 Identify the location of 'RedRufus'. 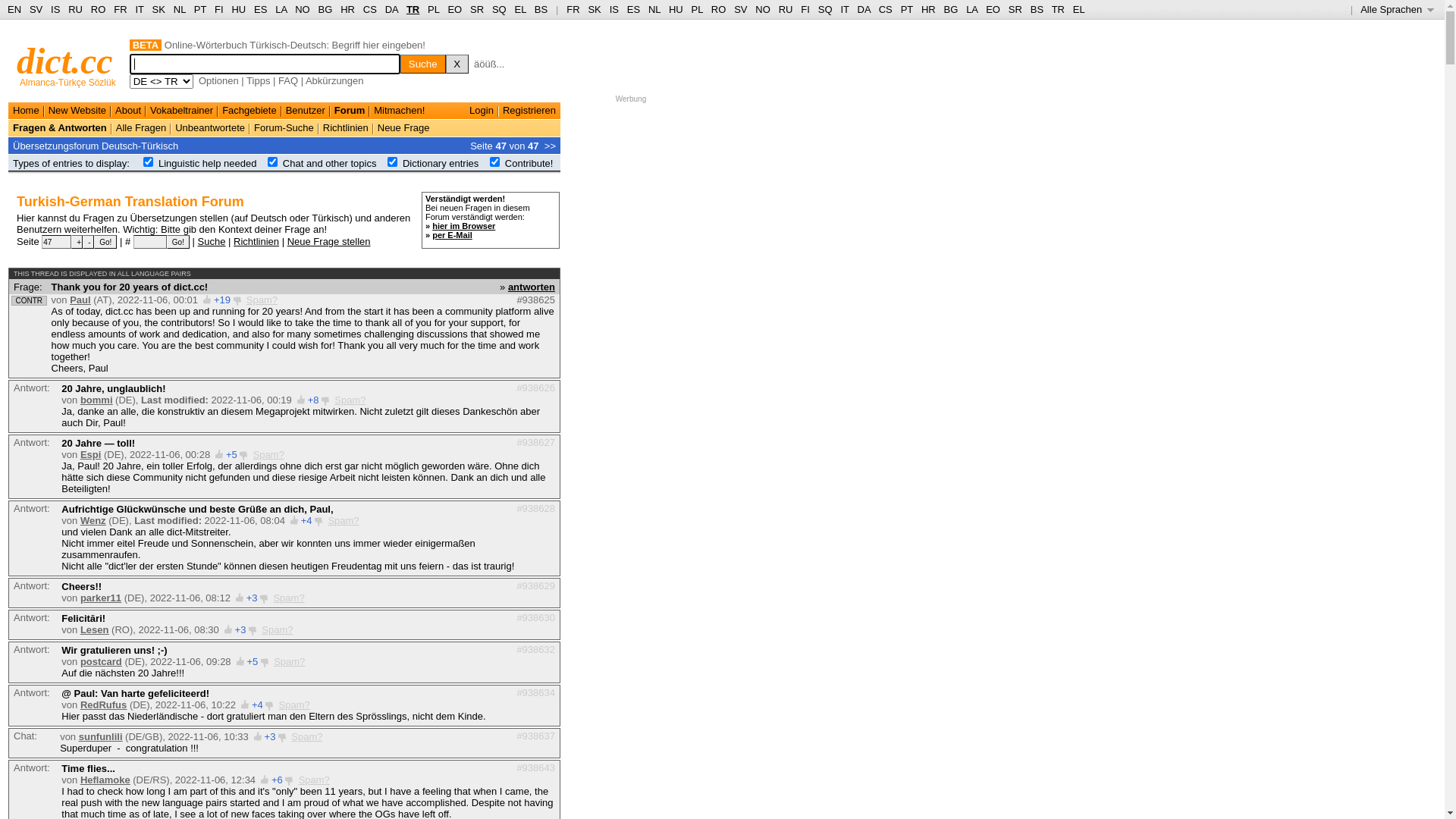
(102, 704).